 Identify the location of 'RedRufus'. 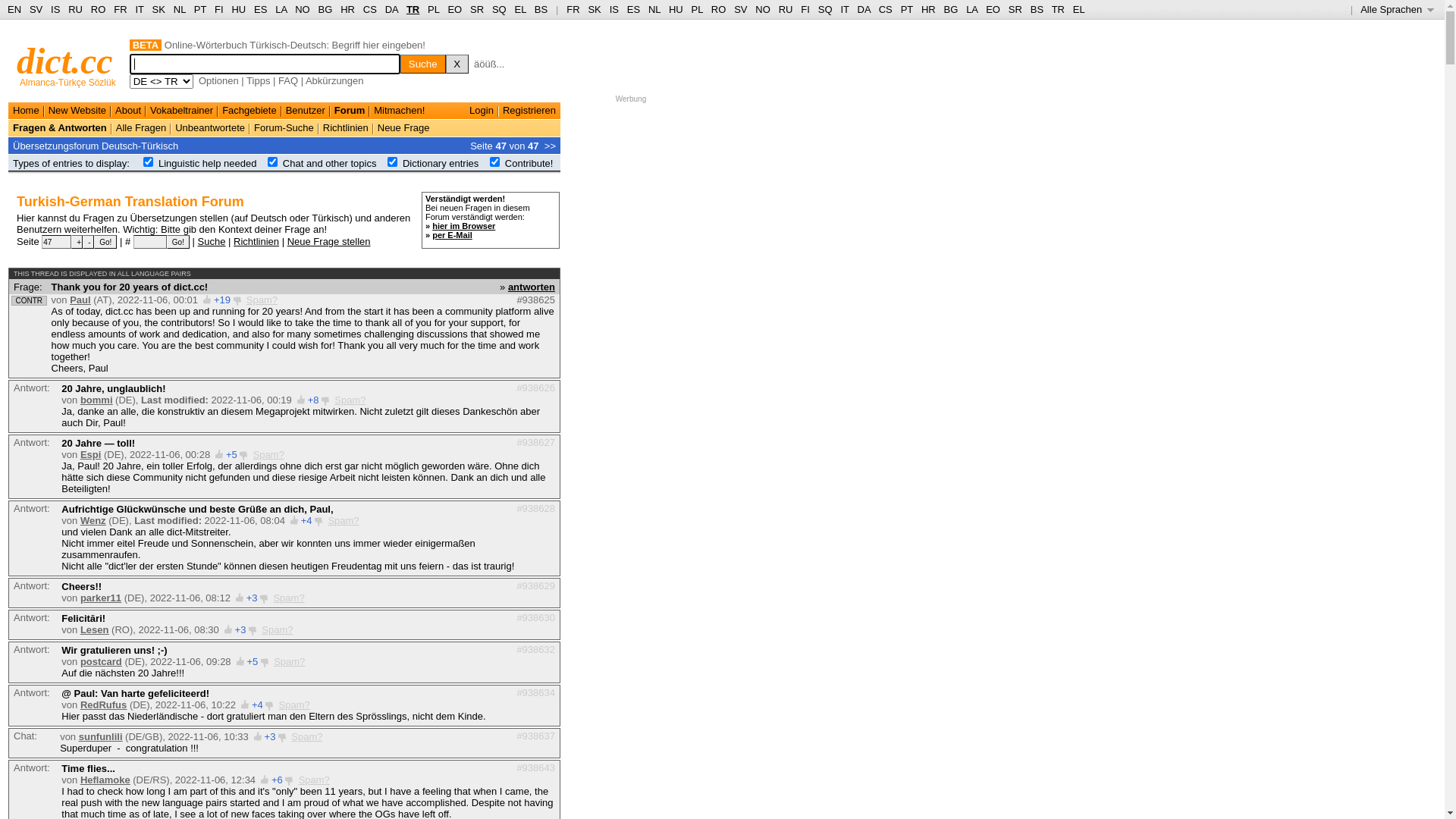
(102, 704).